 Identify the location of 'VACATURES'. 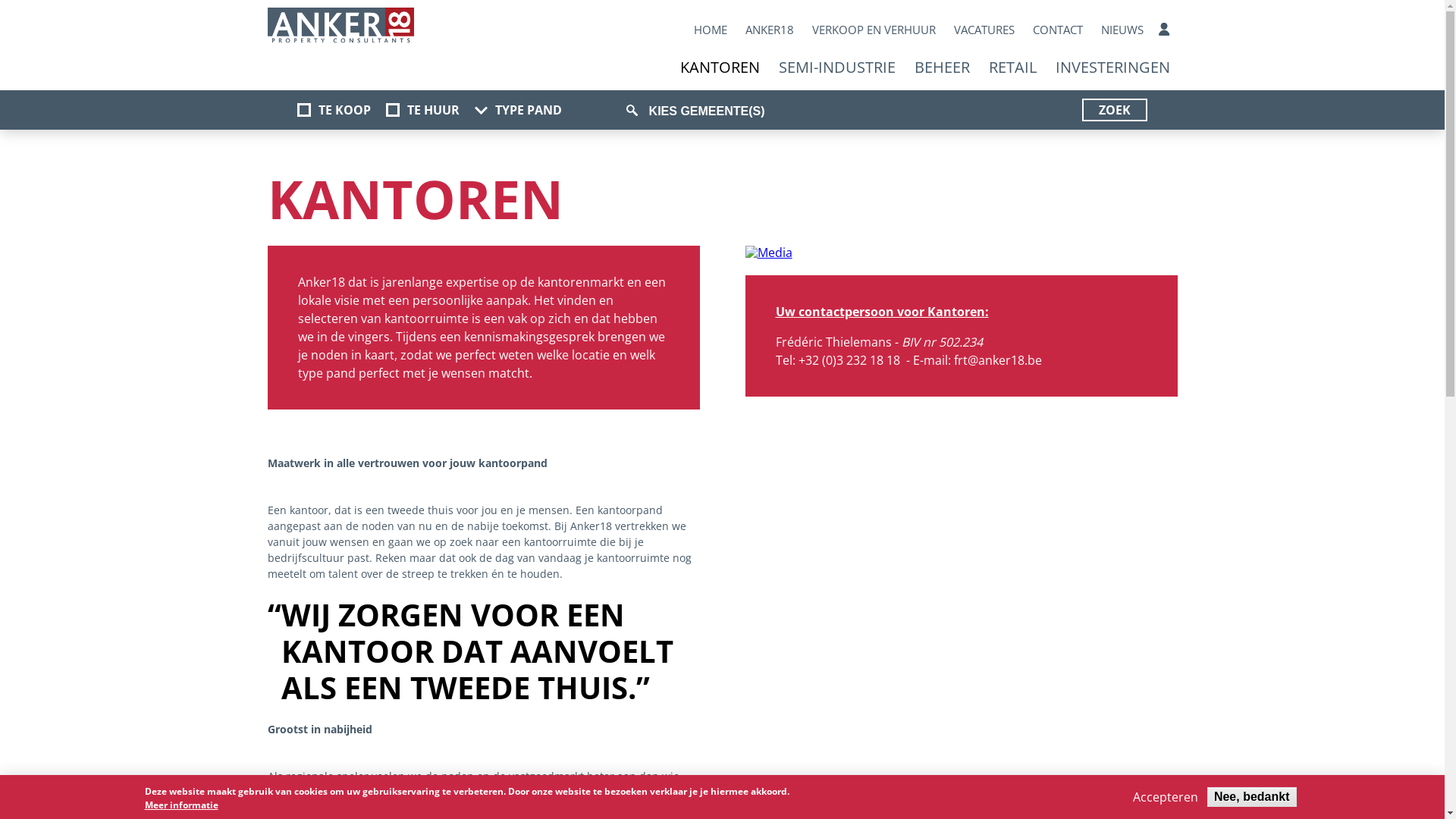
(984, 29).